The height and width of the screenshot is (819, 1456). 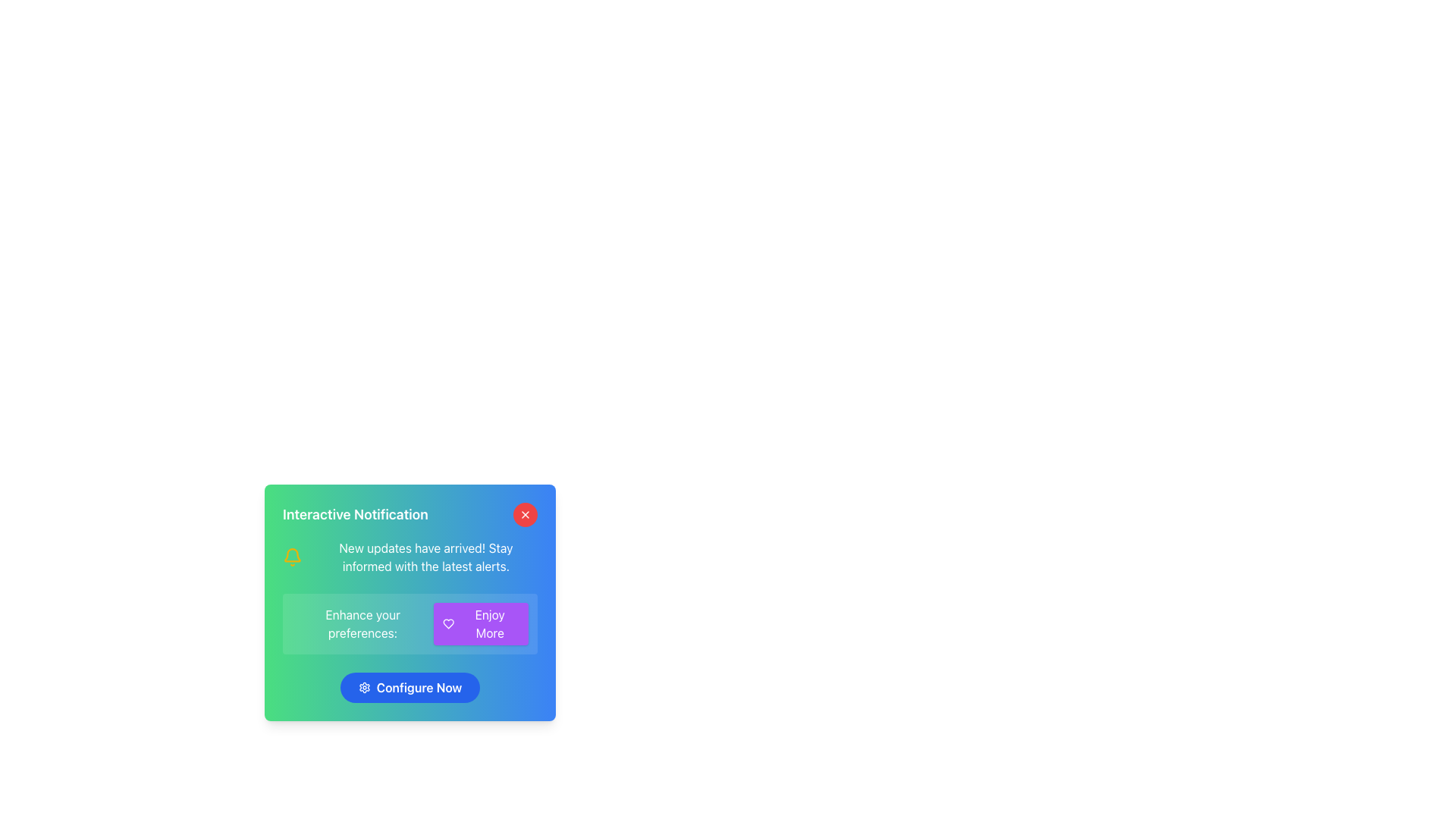 What do you see at coordinates (364, 687) in the screenshot?
I see `the settings cogwheel icon located at the bottom-right corner of the notification card` at bounding box center [364, 687].